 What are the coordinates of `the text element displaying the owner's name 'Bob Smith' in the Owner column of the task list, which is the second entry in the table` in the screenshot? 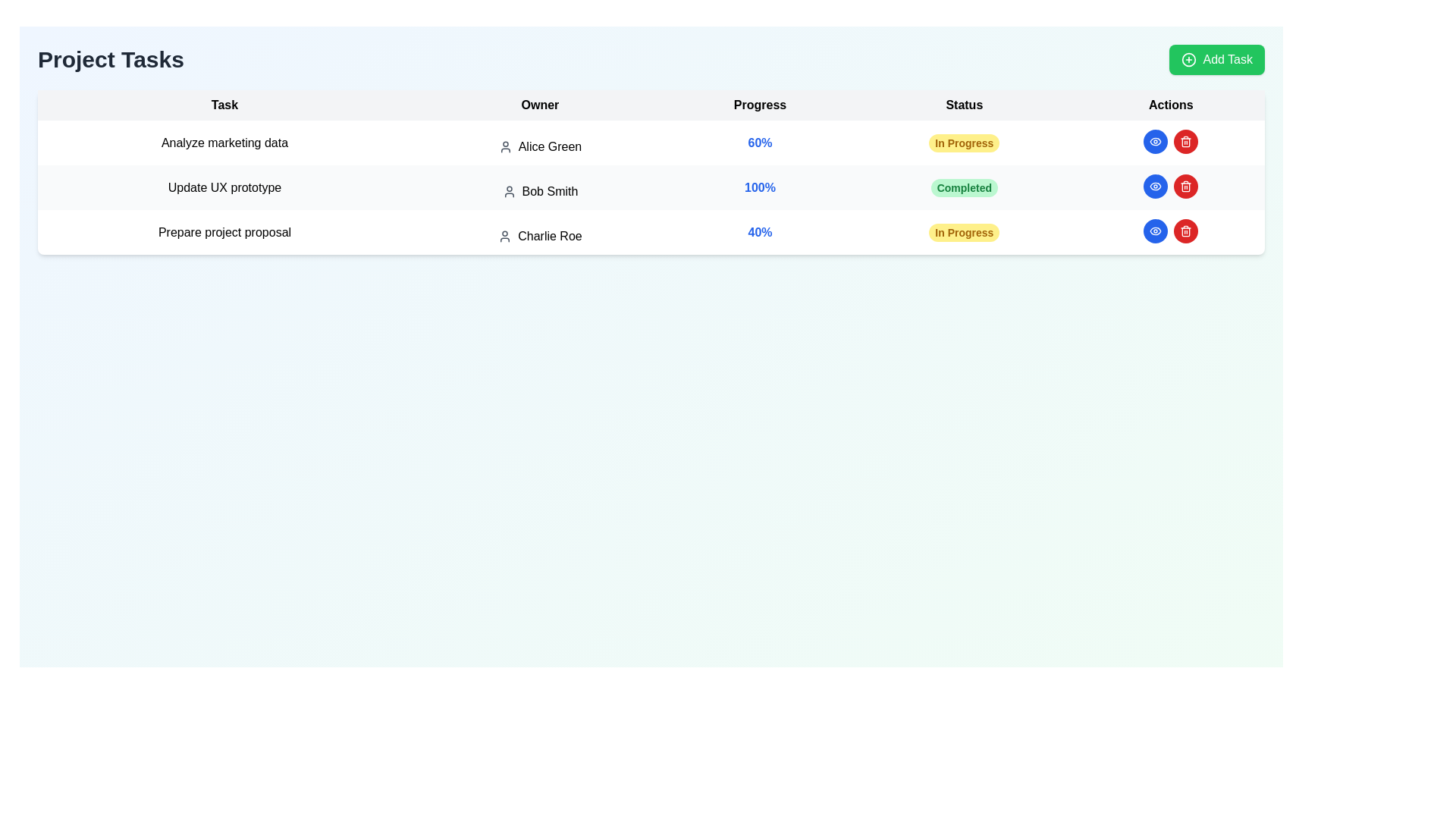 It's located at (540, 191).